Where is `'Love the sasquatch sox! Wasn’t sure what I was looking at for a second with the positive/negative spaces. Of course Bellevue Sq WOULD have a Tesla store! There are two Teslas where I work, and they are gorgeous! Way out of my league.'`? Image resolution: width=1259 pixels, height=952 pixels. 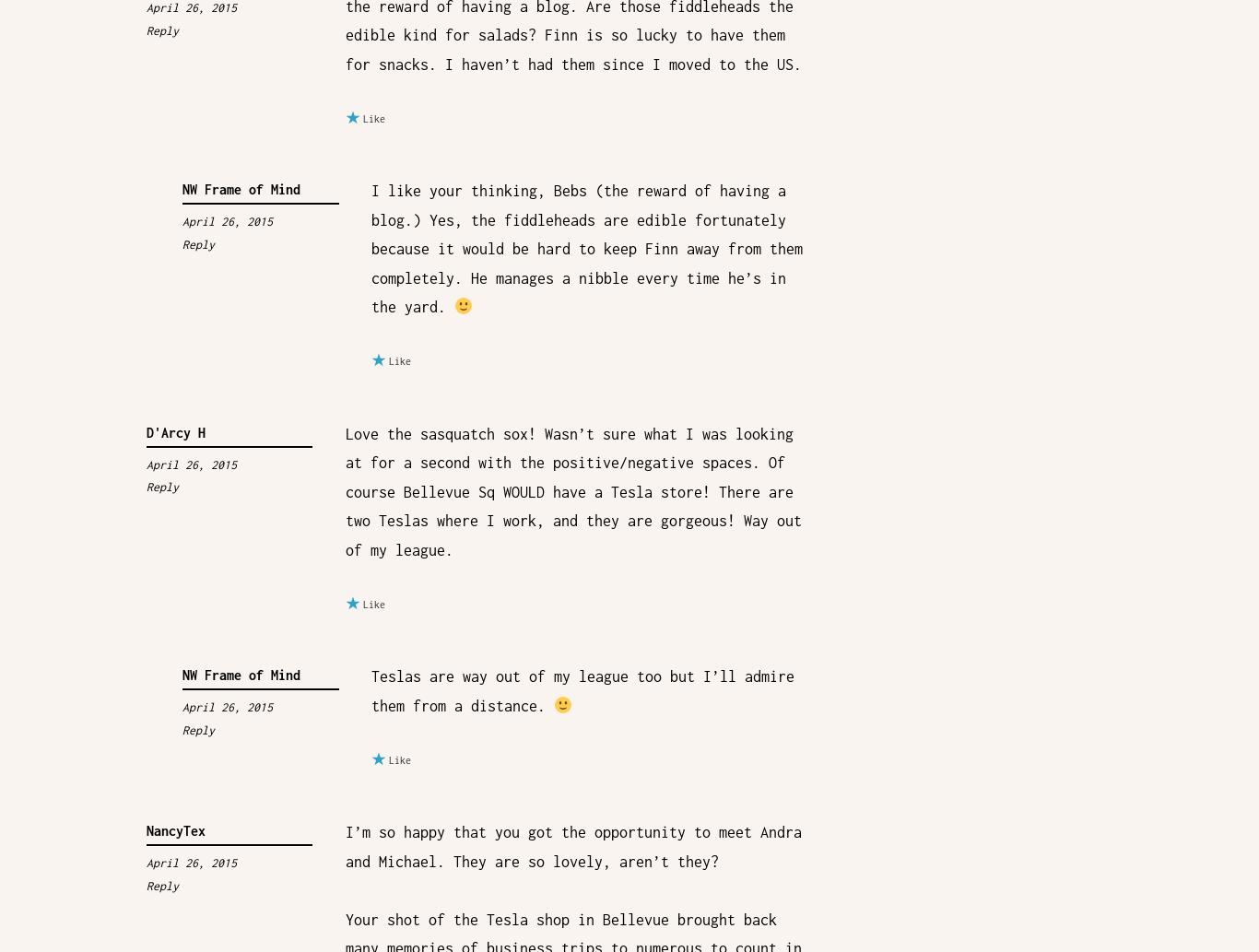 'Love the sasquatch sox! Wasn’t sure what I was looking at for a second with the positive/negative spaces. Of course Bellevue Sq WOULD have a Tesla store! There are two Teslas where I work, and they are gorgeous! Way out of my league.' is located at coordinates (571, 490).